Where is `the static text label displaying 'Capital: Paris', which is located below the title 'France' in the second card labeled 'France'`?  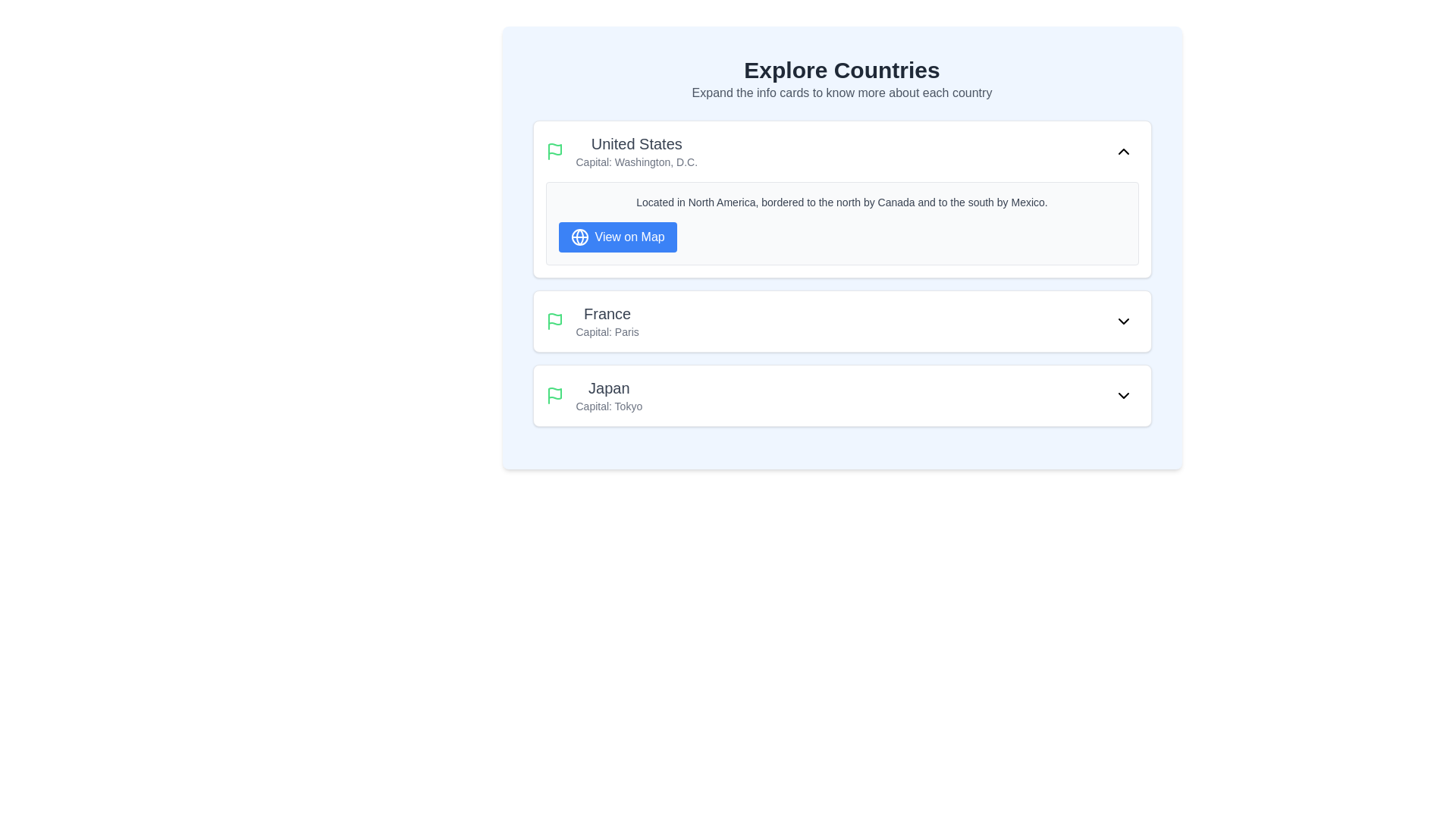
the static text label displaying 'Capital: Paris', which is located below the title 'France' in the second card labeled 'France' is located at coordinates (607, 331).